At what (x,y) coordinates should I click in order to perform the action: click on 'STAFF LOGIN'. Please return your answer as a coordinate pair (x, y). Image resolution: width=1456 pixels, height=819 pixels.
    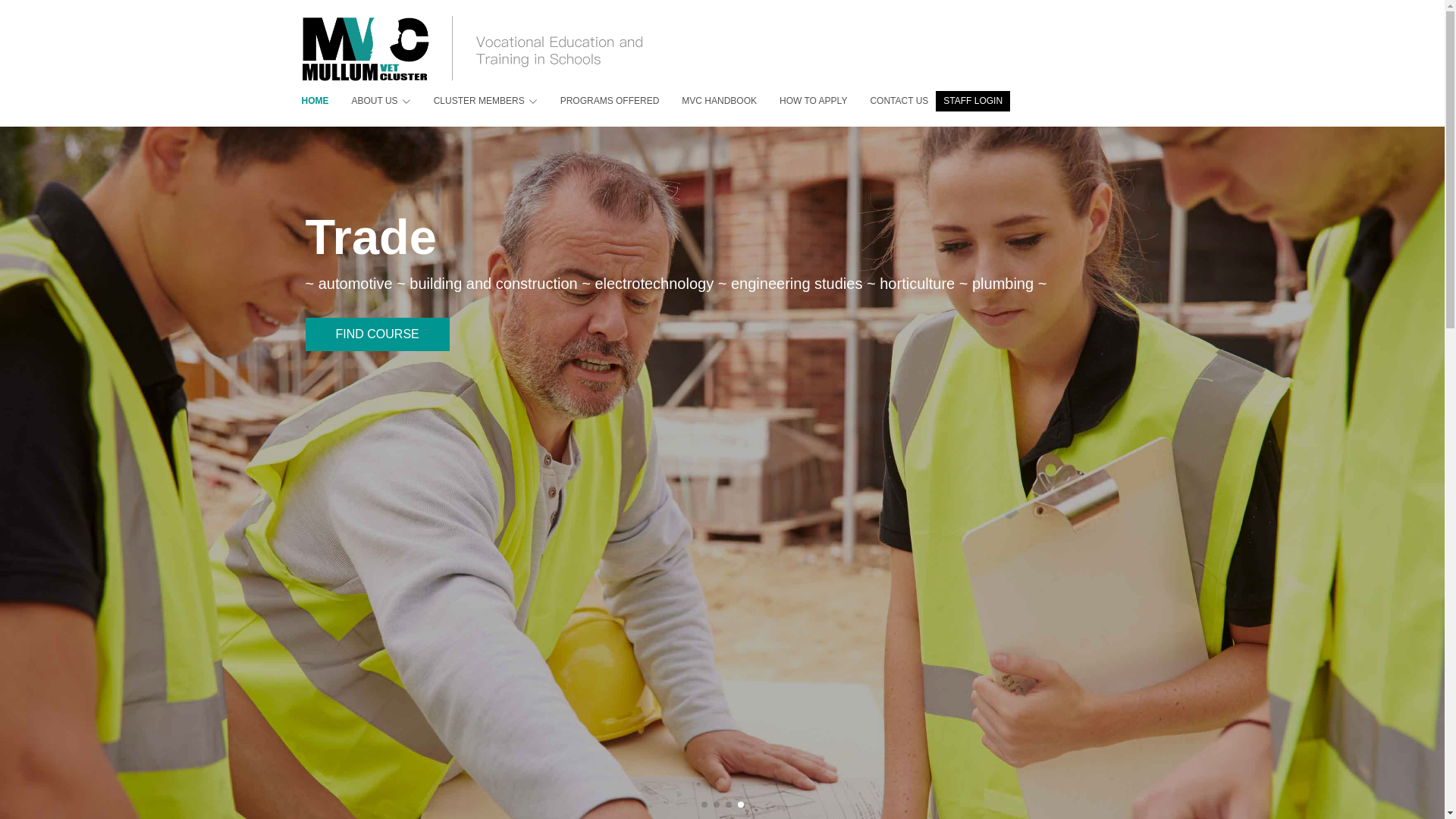
    Looking at the image, I should click on (972, 101).